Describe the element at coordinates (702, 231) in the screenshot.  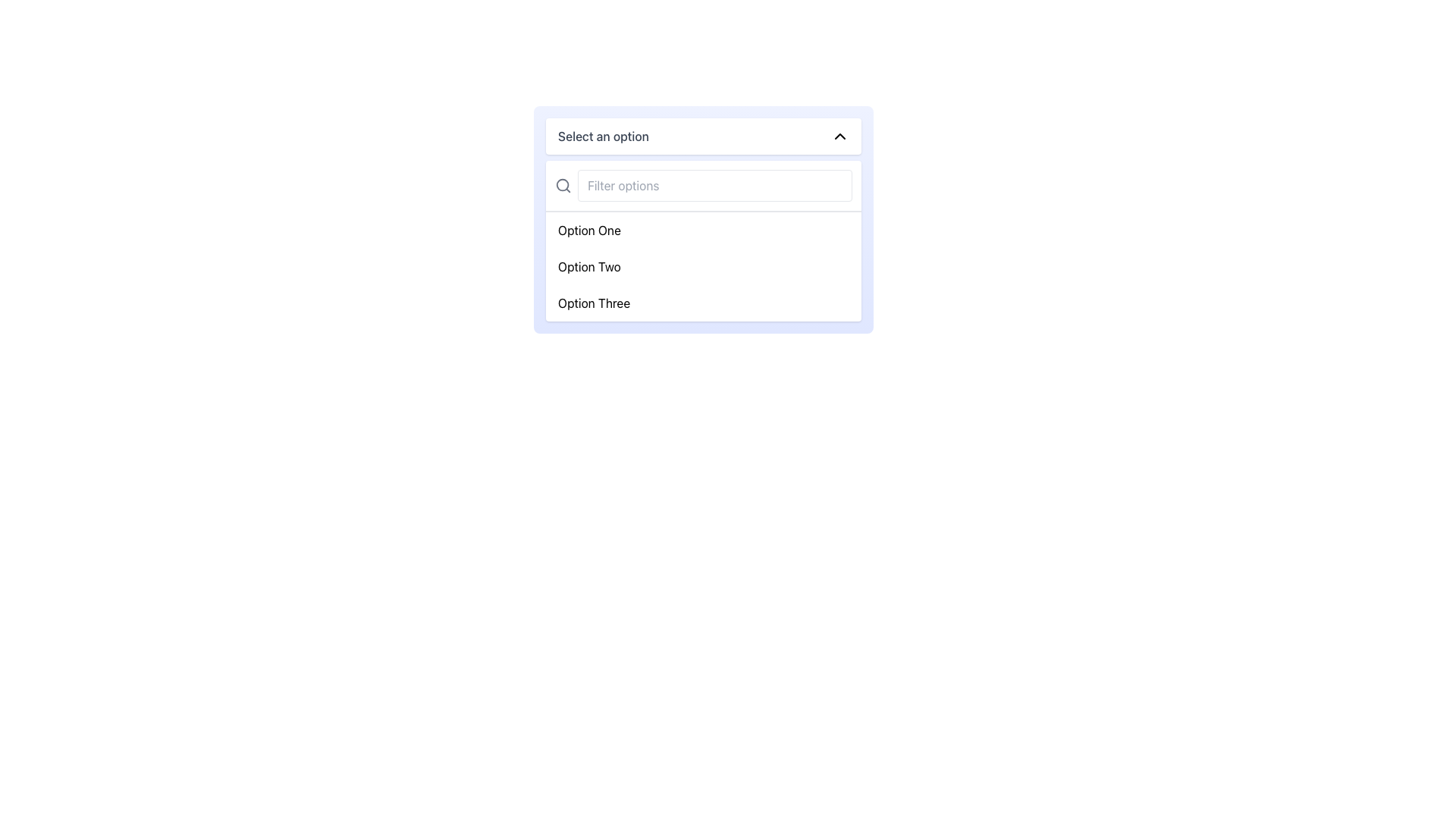
I see `the first item in the dropdown menu below the 'Filter options' text field and above 'Option Two' using arrow keys` at that location.